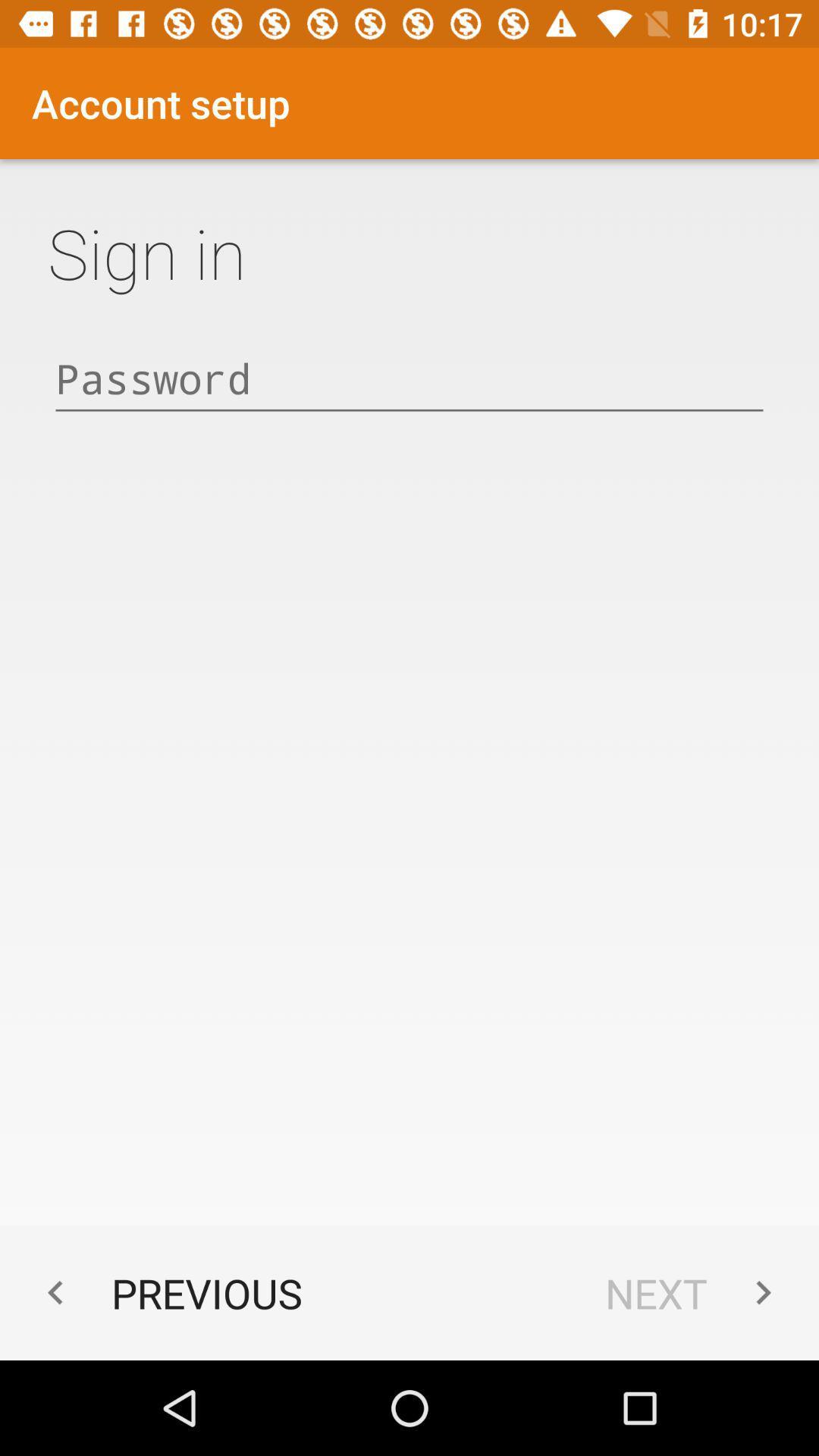  Describe the element at coordinates (167, 1292) in the screenshot. I see `the previous at the bottom left corner` at that location.